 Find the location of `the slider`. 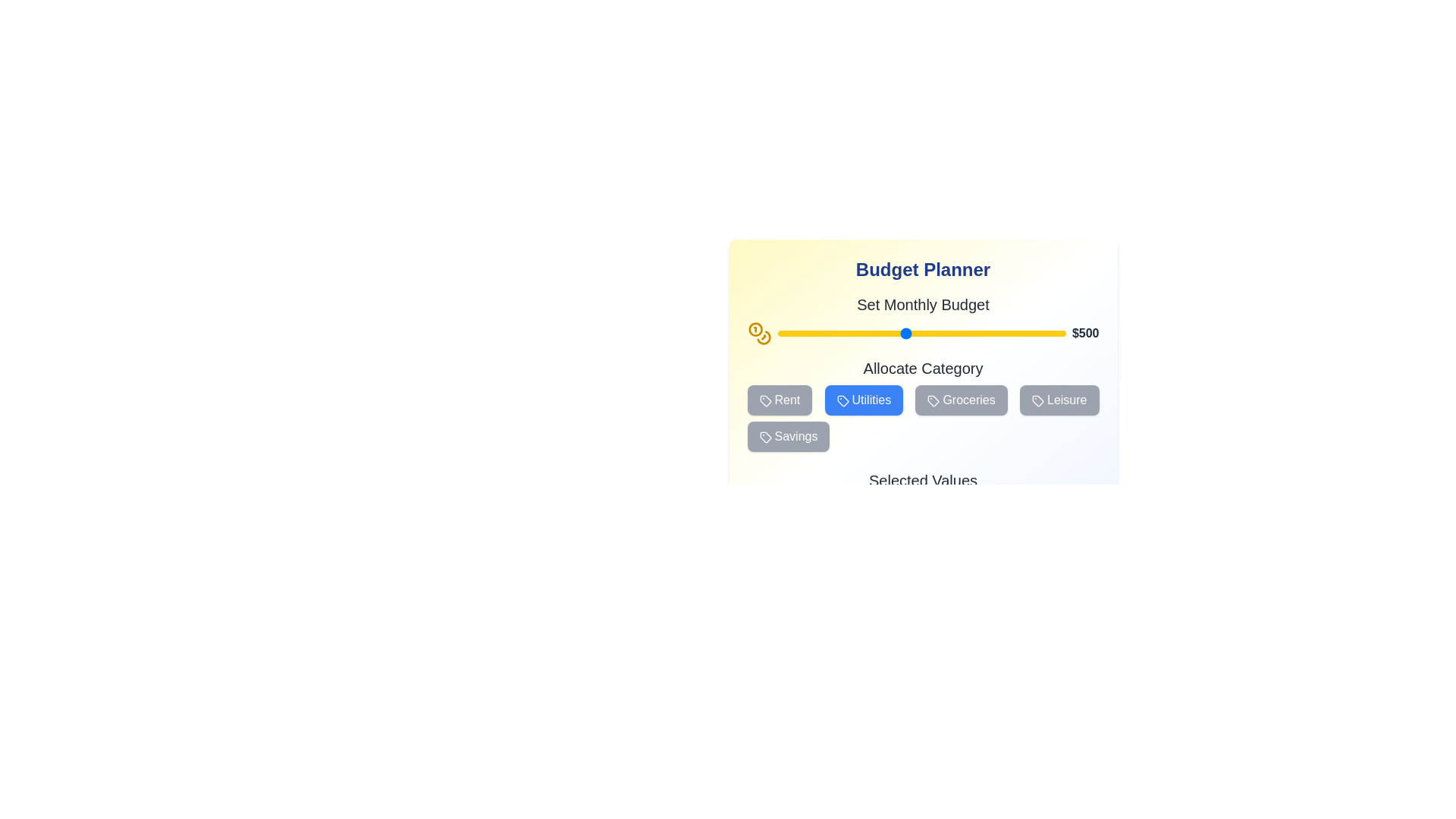

the slider is located at coordinates (847, 332).